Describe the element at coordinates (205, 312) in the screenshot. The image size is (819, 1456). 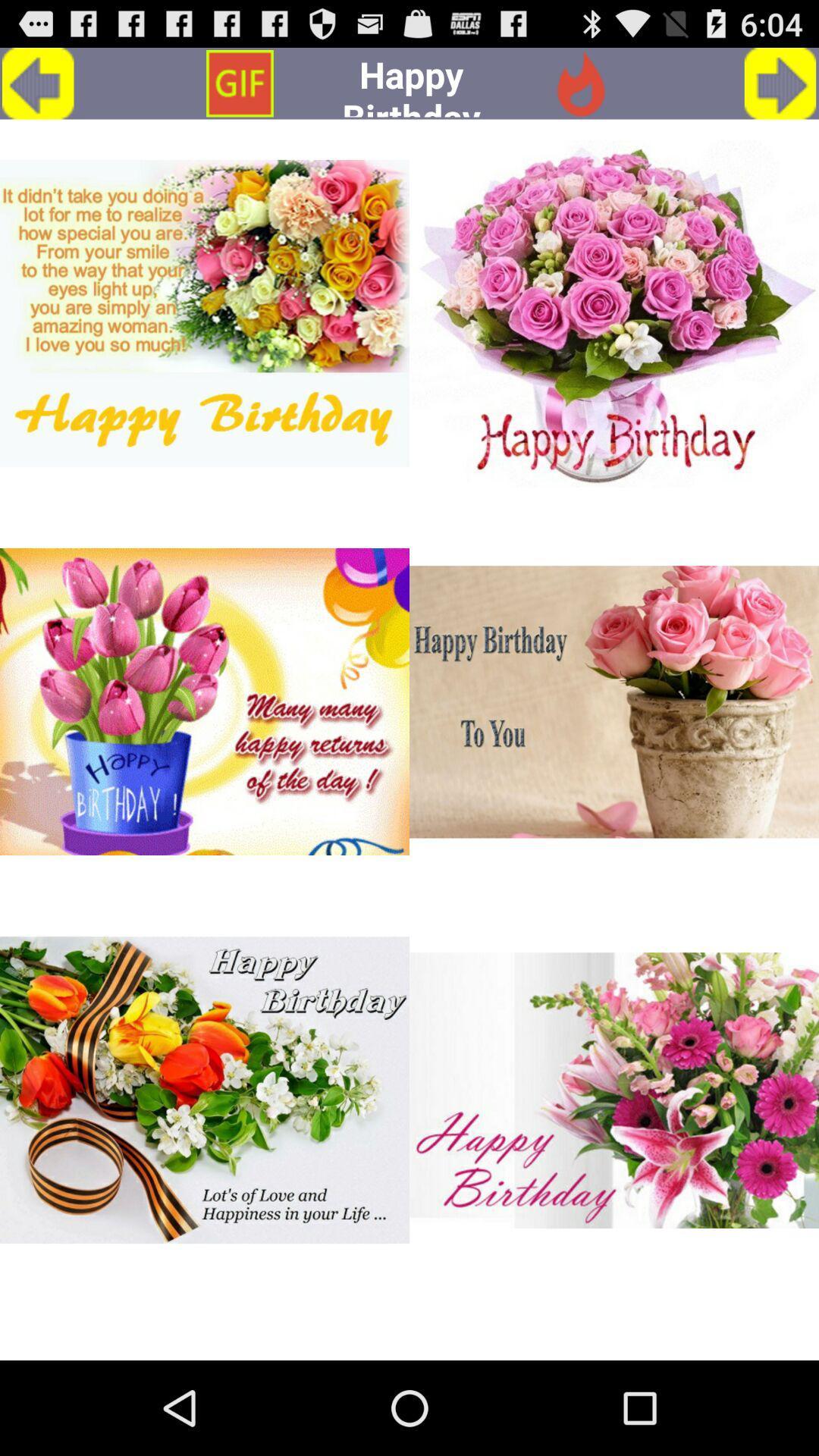
I see `a birthday card design` at that location.